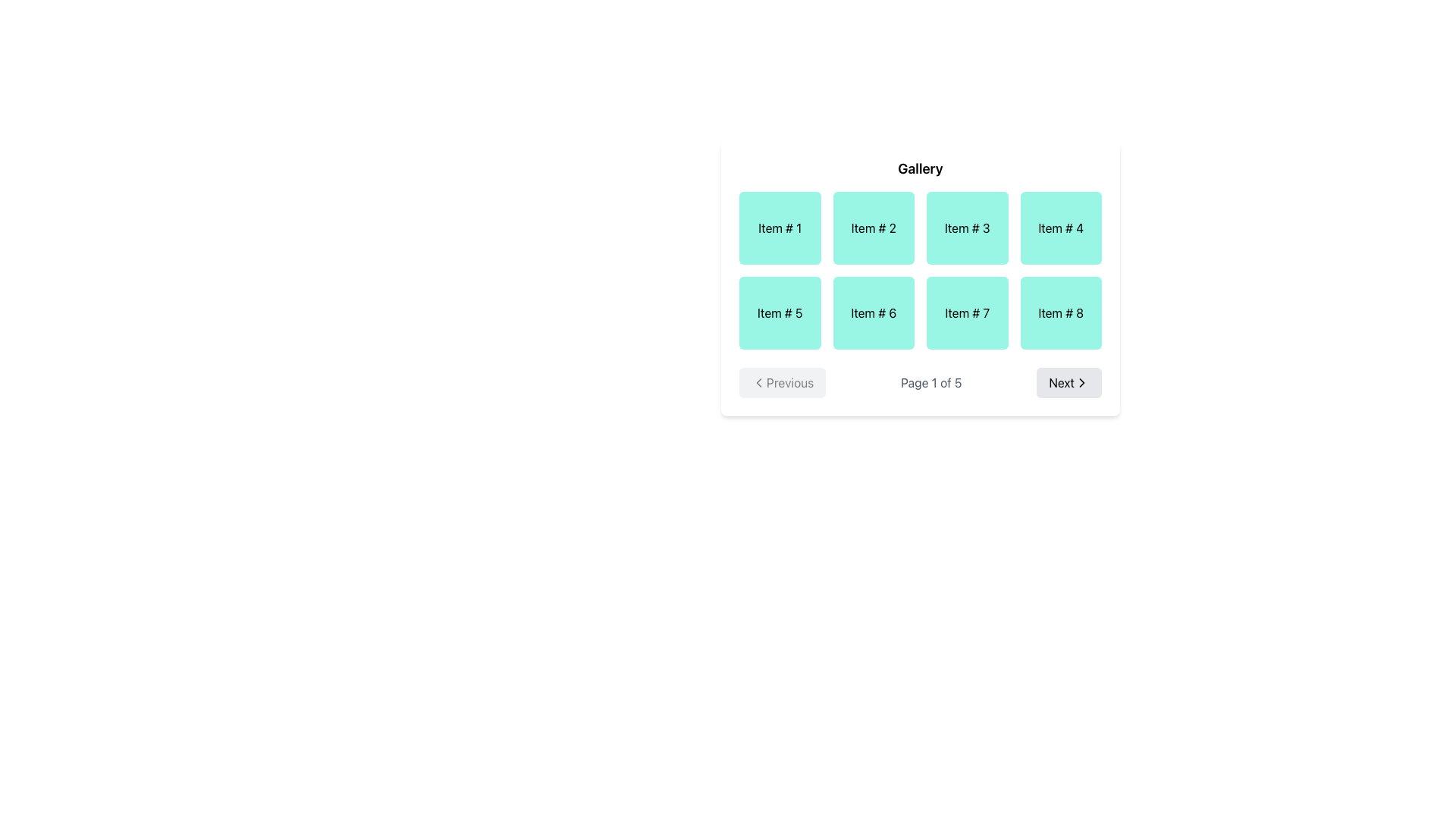 This screenshot has height=819, width=1456. What do you see at coordinates (920, 270) in the screenshot?
I see `the grid layout items in the Gallery for interactivity, which is visually represented by the organized grid of 8 listed items` at bounding box center [920, 270].